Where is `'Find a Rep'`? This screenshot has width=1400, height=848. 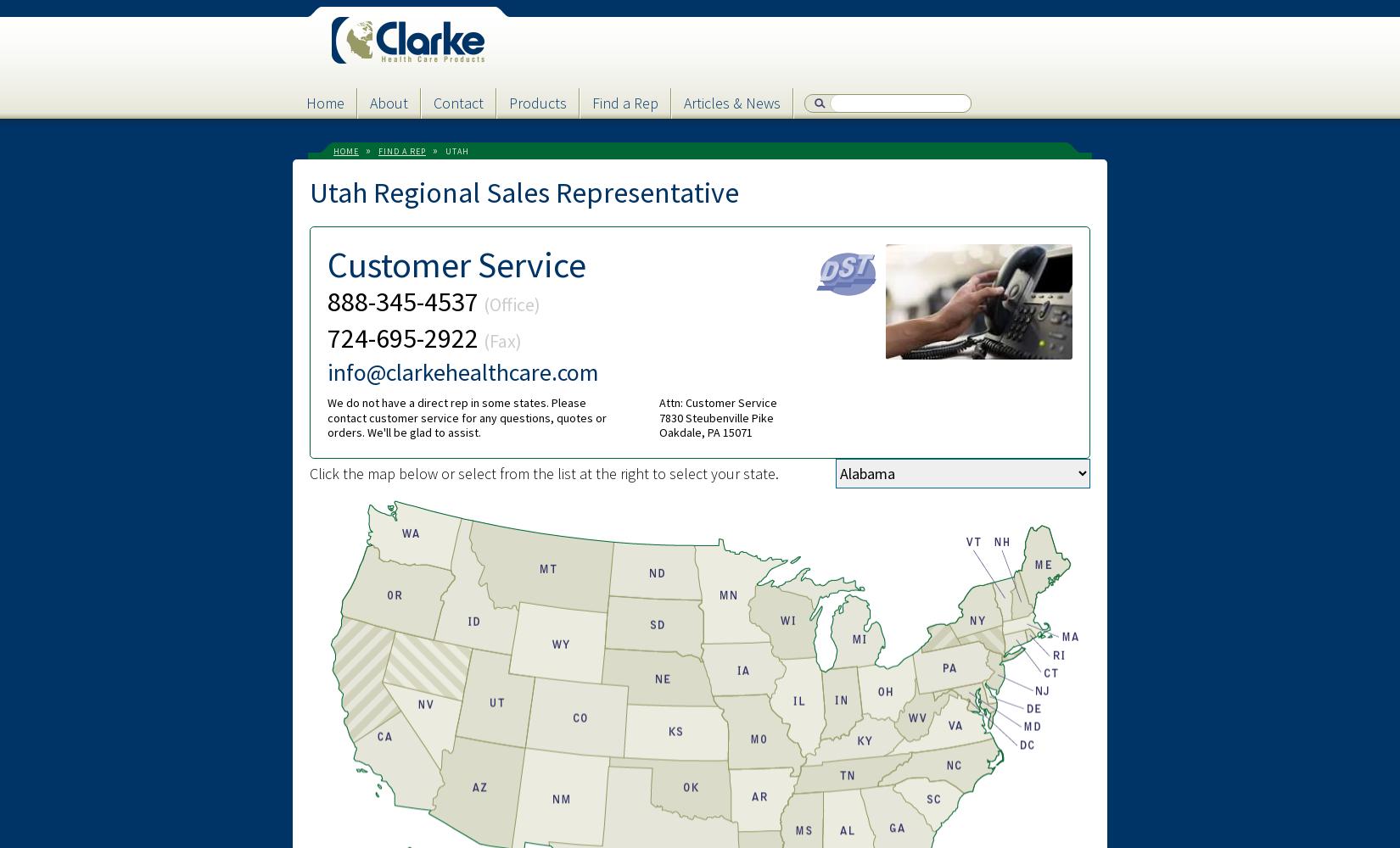
'Find a Rep' is located at coordinates (624, 102).